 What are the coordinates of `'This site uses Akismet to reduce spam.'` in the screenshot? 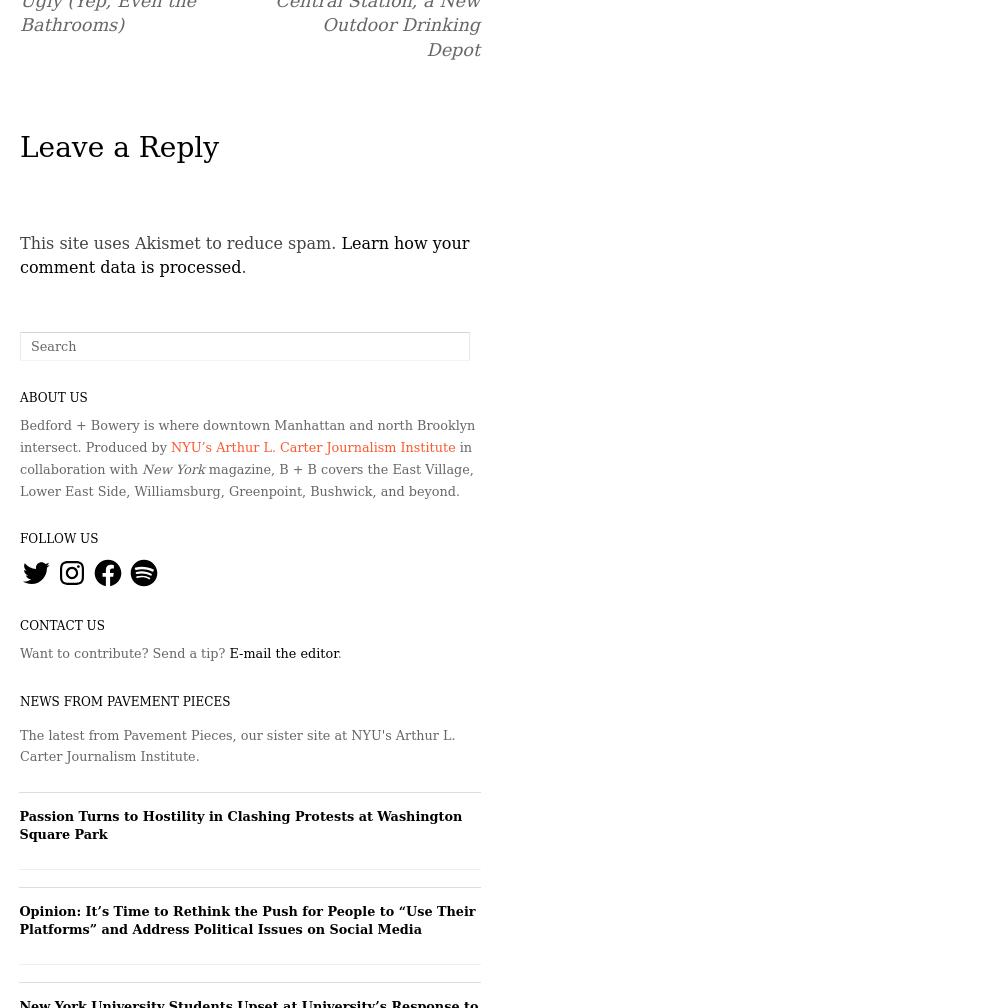 It's located at (180, 242).